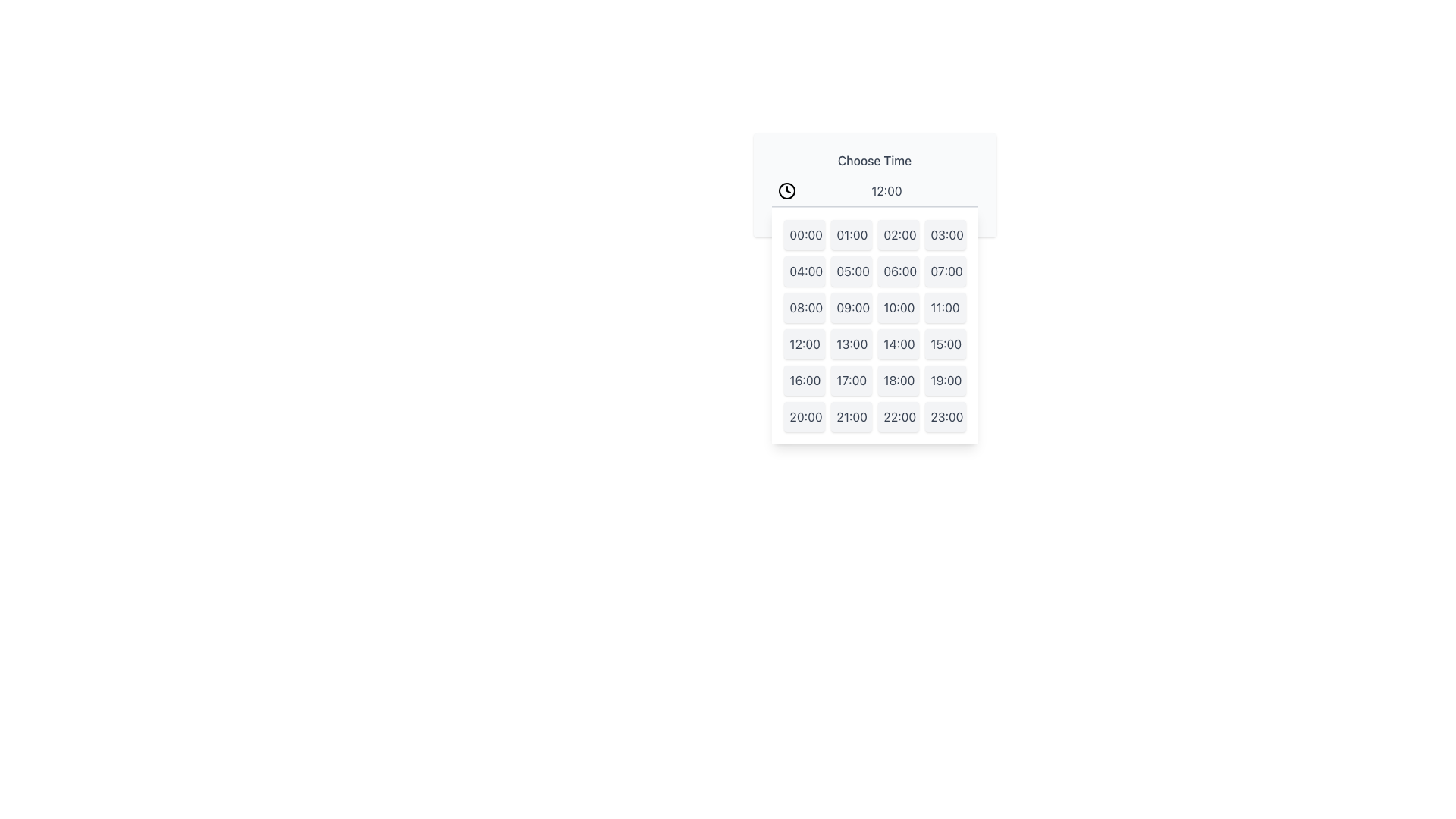 The image size is (1456, 819). What do you see at coordinates (851, 307) in the screenshot?
I see `the rectangular button with the text '09:00'` at bounding box center [851, 307].